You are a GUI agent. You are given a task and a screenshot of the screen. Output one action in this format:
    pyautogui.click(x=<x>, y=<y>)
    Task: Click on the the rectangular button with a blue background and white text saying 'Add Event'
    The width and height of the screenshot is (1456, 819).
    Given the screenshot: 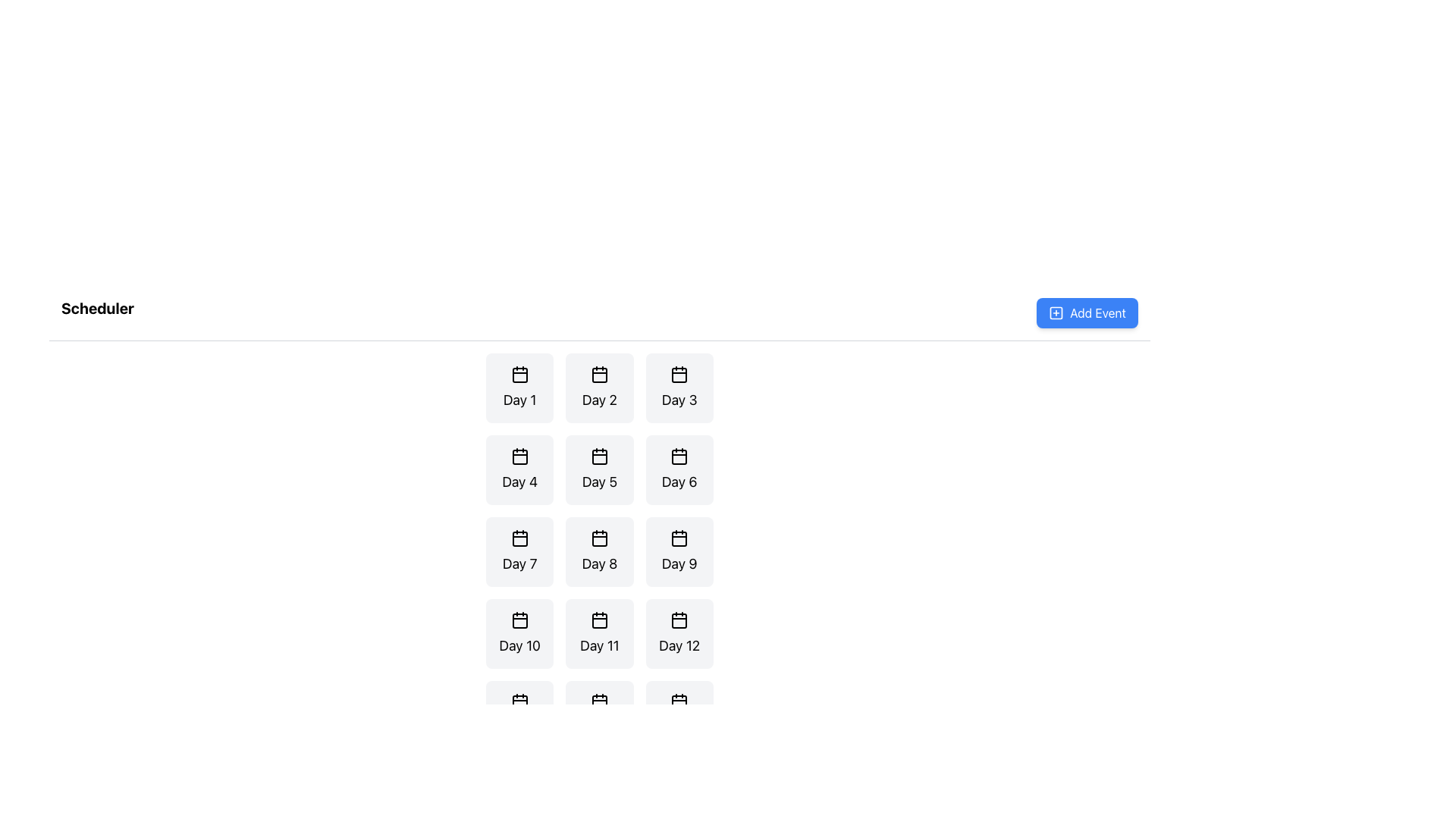 What is the action you would take?
    pyautogui.click(x=1087, y=312)
    